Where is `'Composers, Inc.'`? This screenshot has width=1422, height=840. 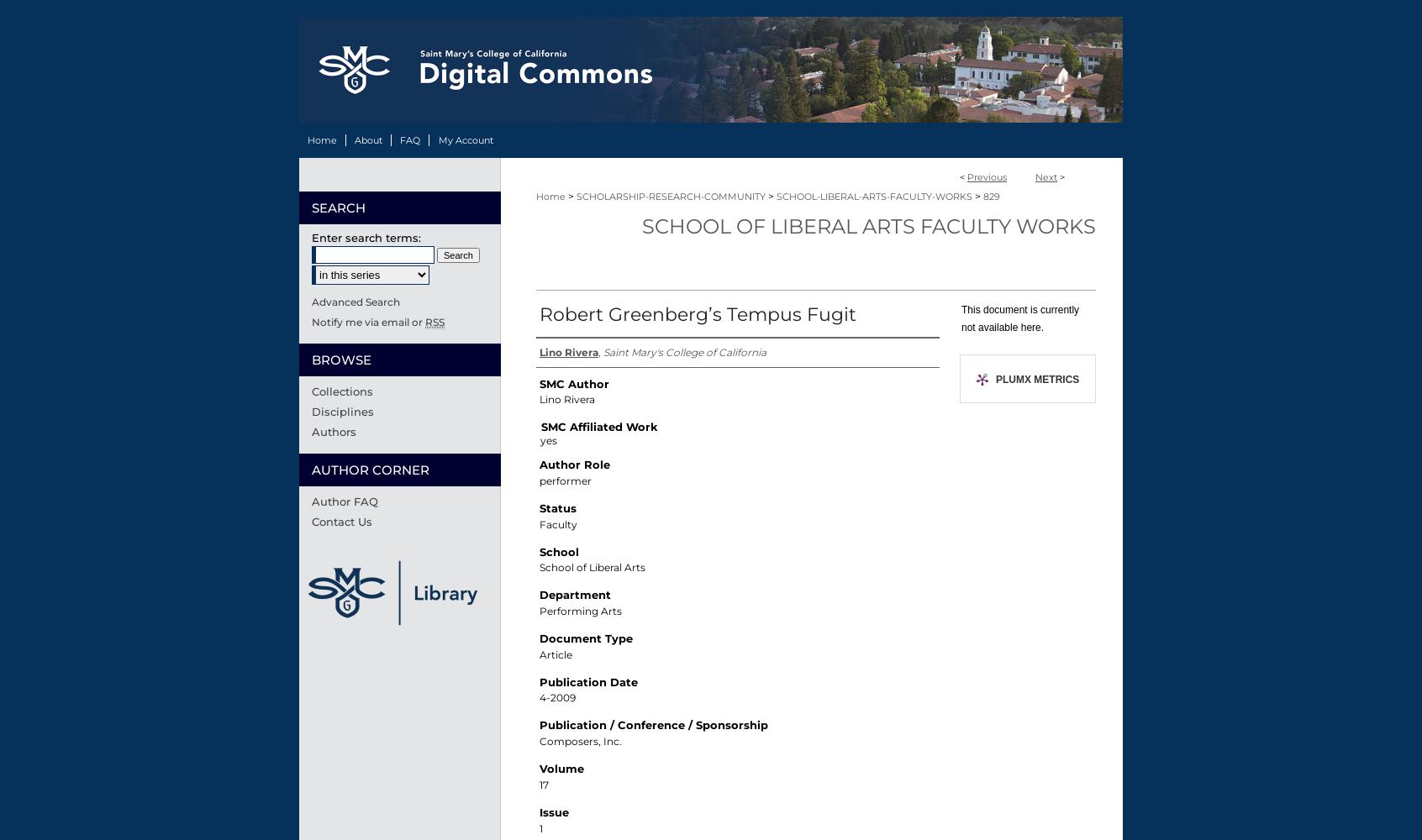 'Composers, Inc.' is located at coordinates (581, 741).